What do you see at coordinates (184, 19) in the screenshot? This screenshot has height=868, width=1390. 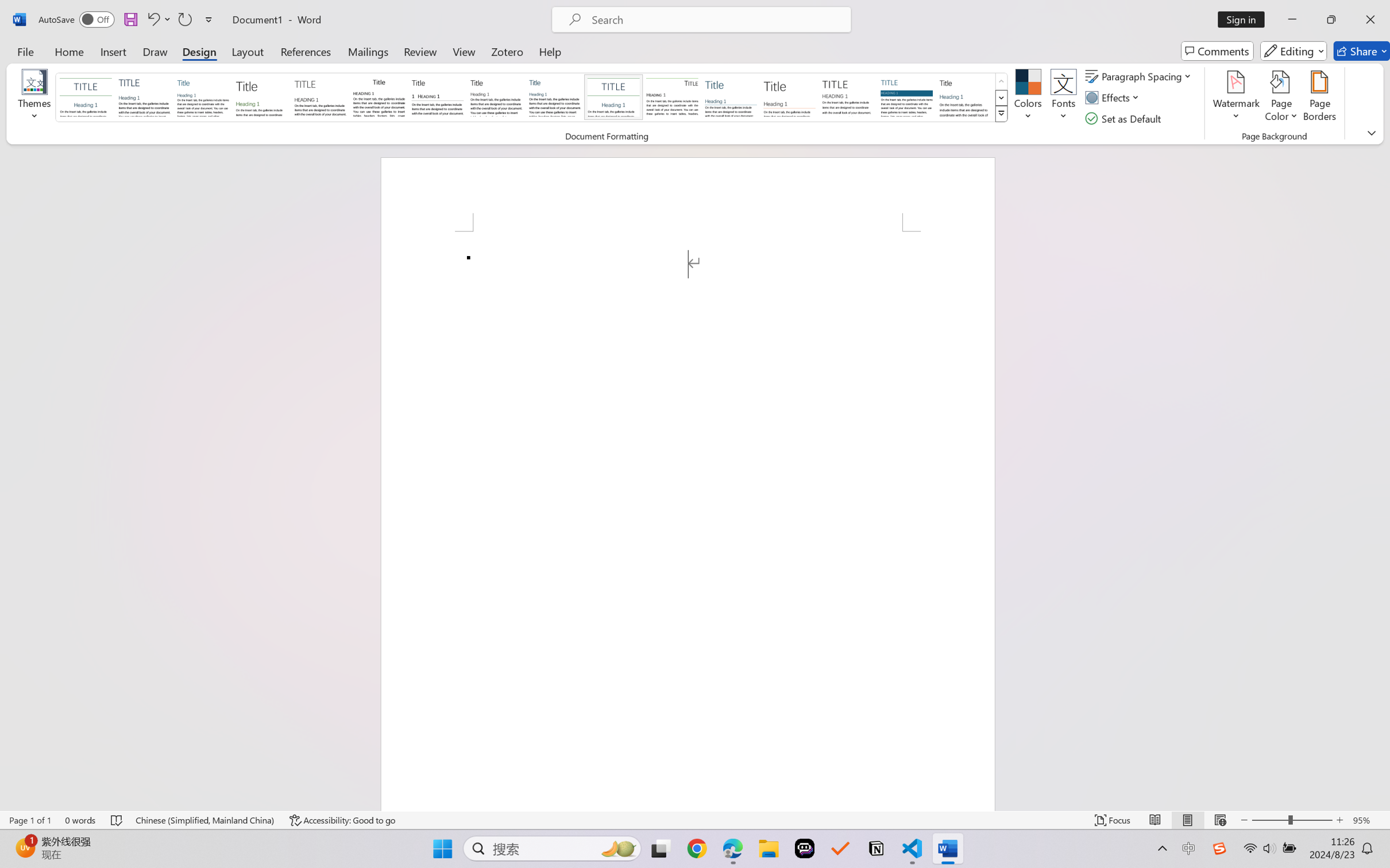 I see `'Repeat Style'` at bounding box center [184, 19].